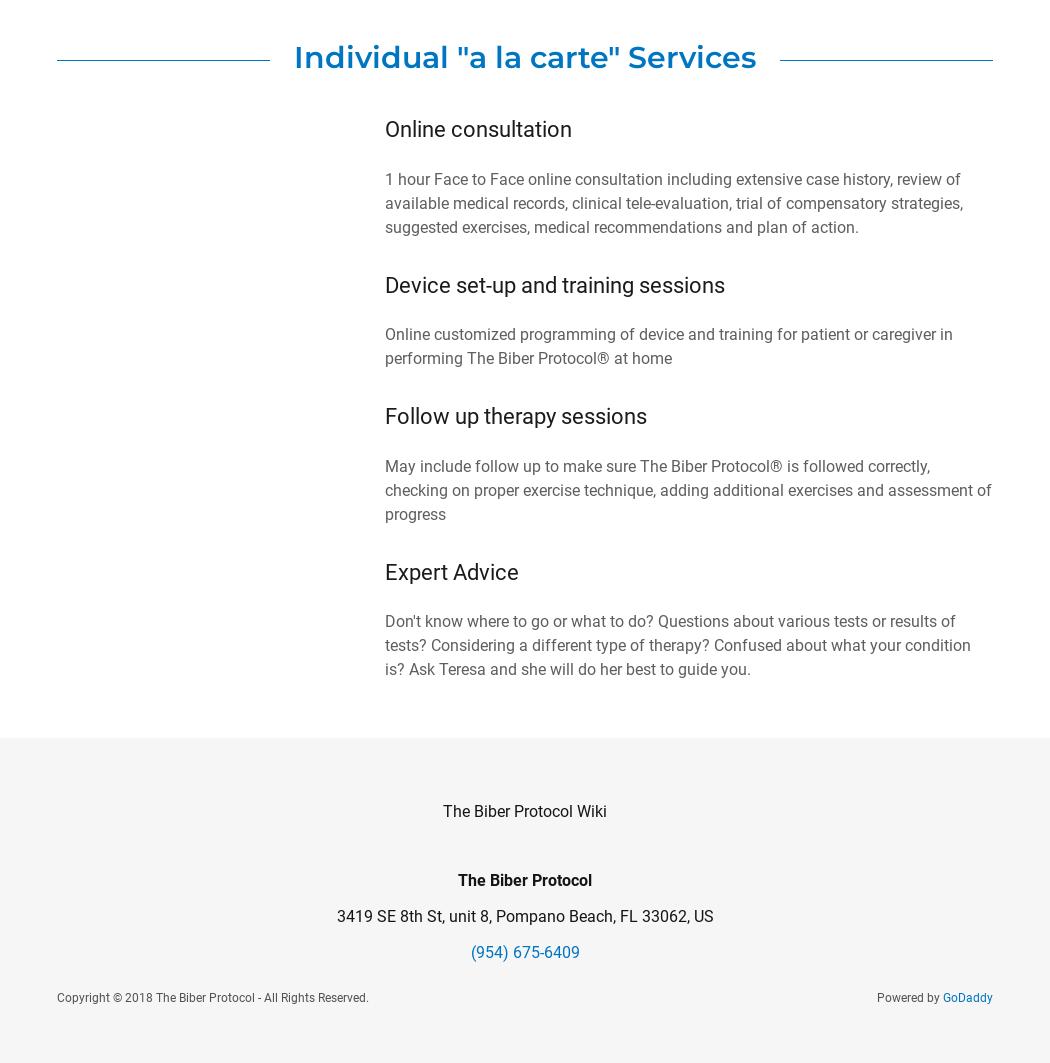  Describe the element at coordinates (555, 284) in the screenshot. I see `'Device set-up and training sessions'` at that location.